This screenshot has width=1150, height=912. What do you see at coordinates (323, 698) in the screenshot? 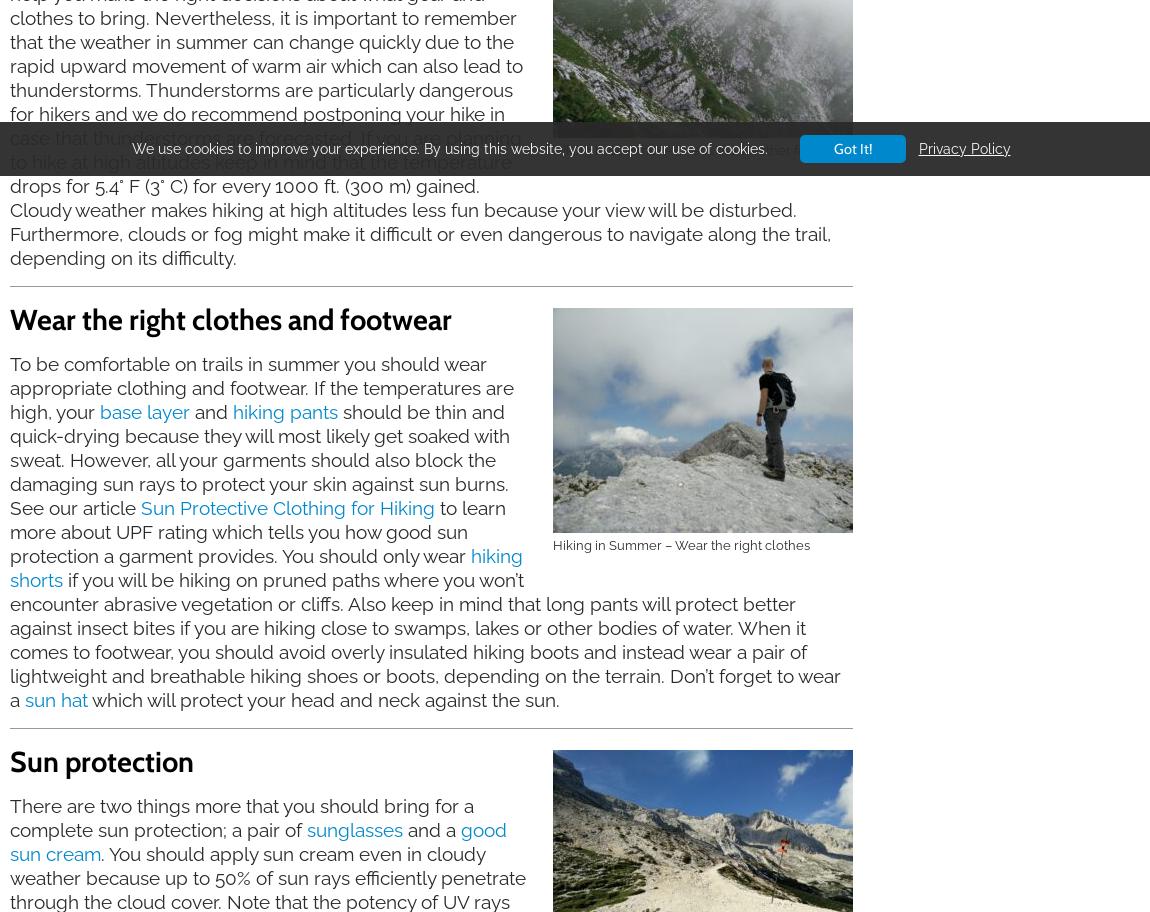
I see `'which will protect your head and neck against the sun.'` at bounding box center [323, 698].